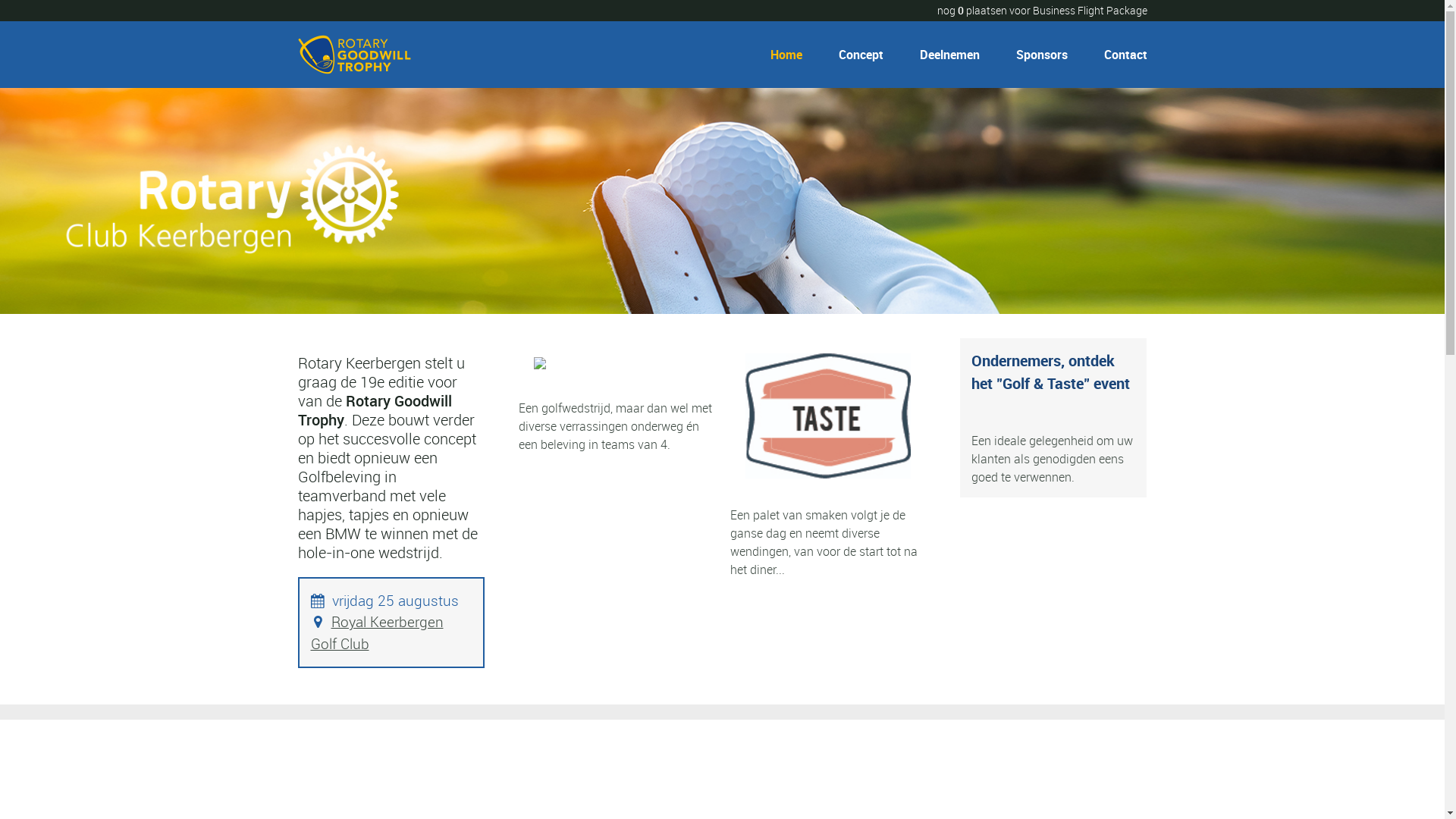 The height and width of the screenshot is (819, 1456). I want to click on 'Contact', so click(1119, 54).